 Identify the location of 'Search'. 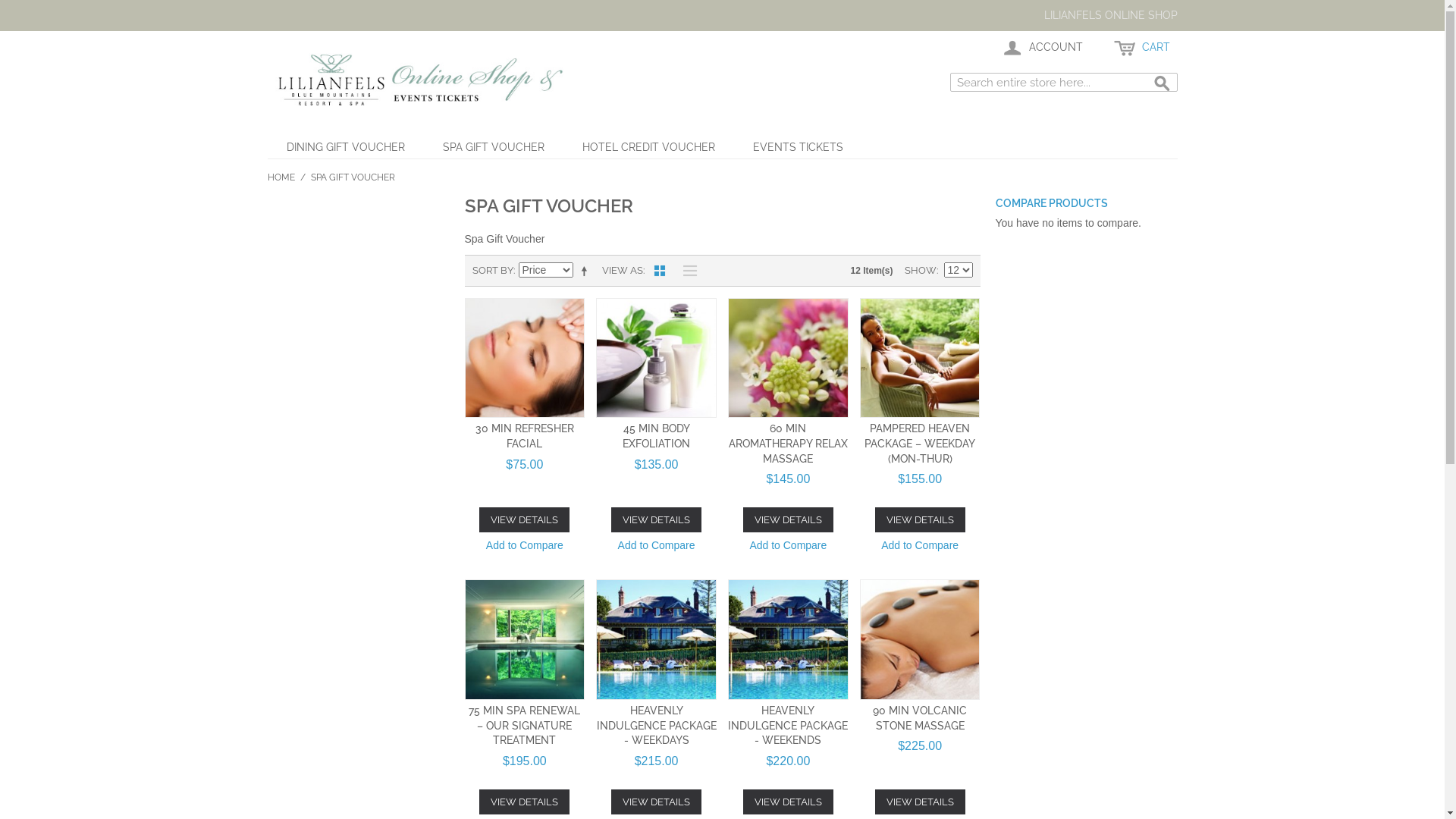
(1160, 84).